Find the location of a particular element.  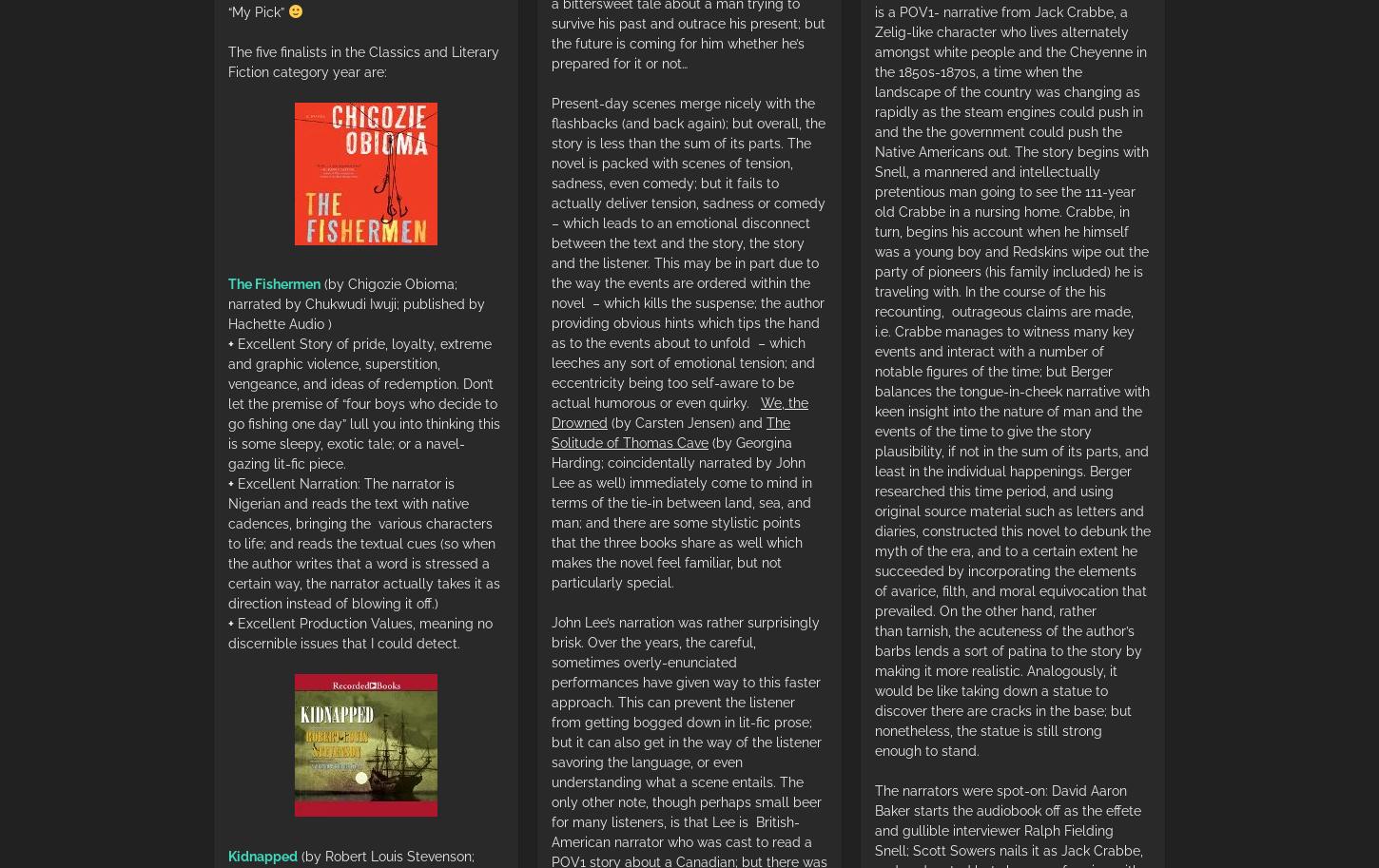

'We, the Drowned' is located at coordinates (552, 412).